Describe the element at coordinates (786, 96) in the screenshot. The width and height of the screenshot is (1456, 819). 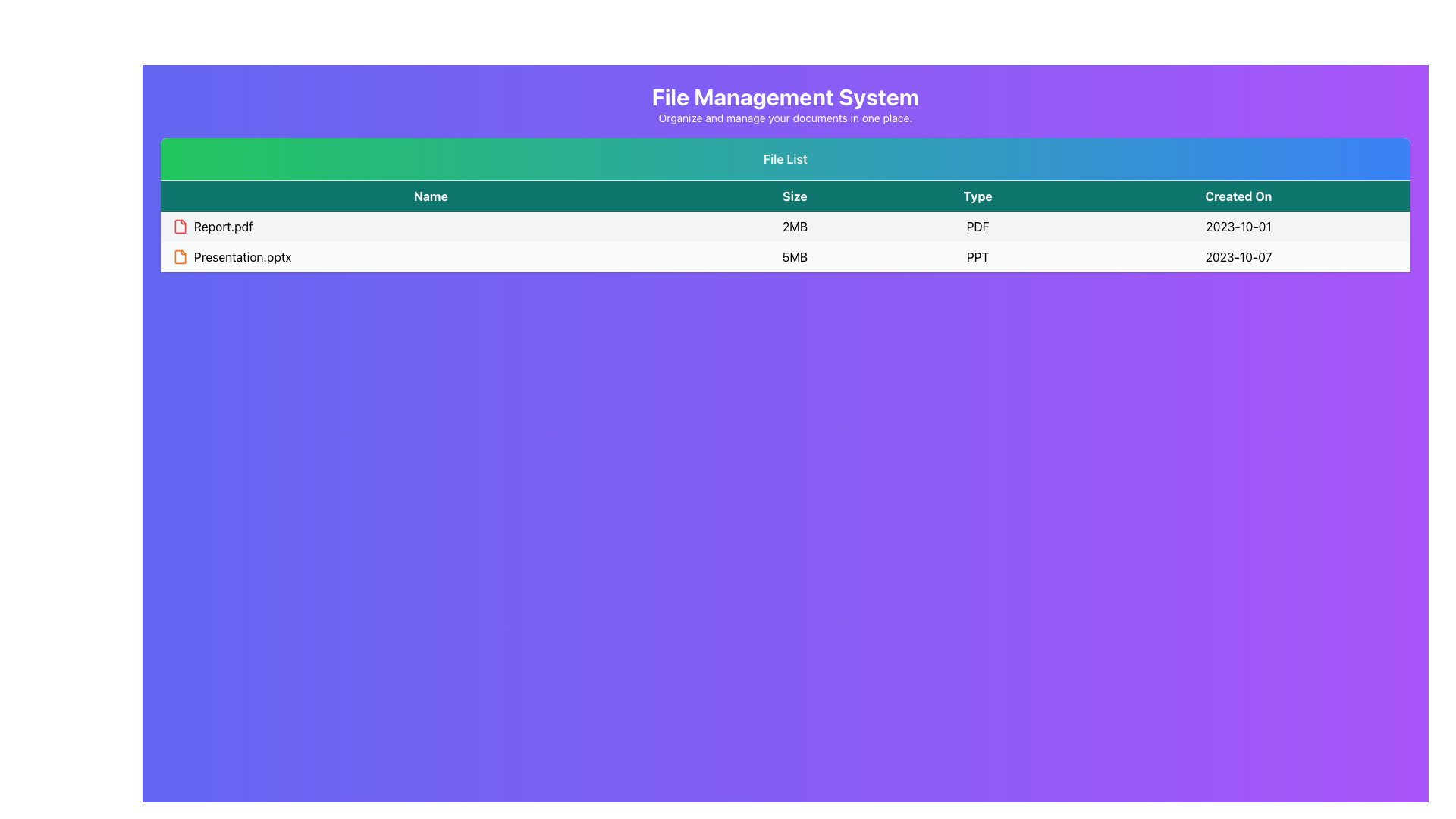
I see `title text display at the top of the interface indicating the function of the application, which is file management` at that location.